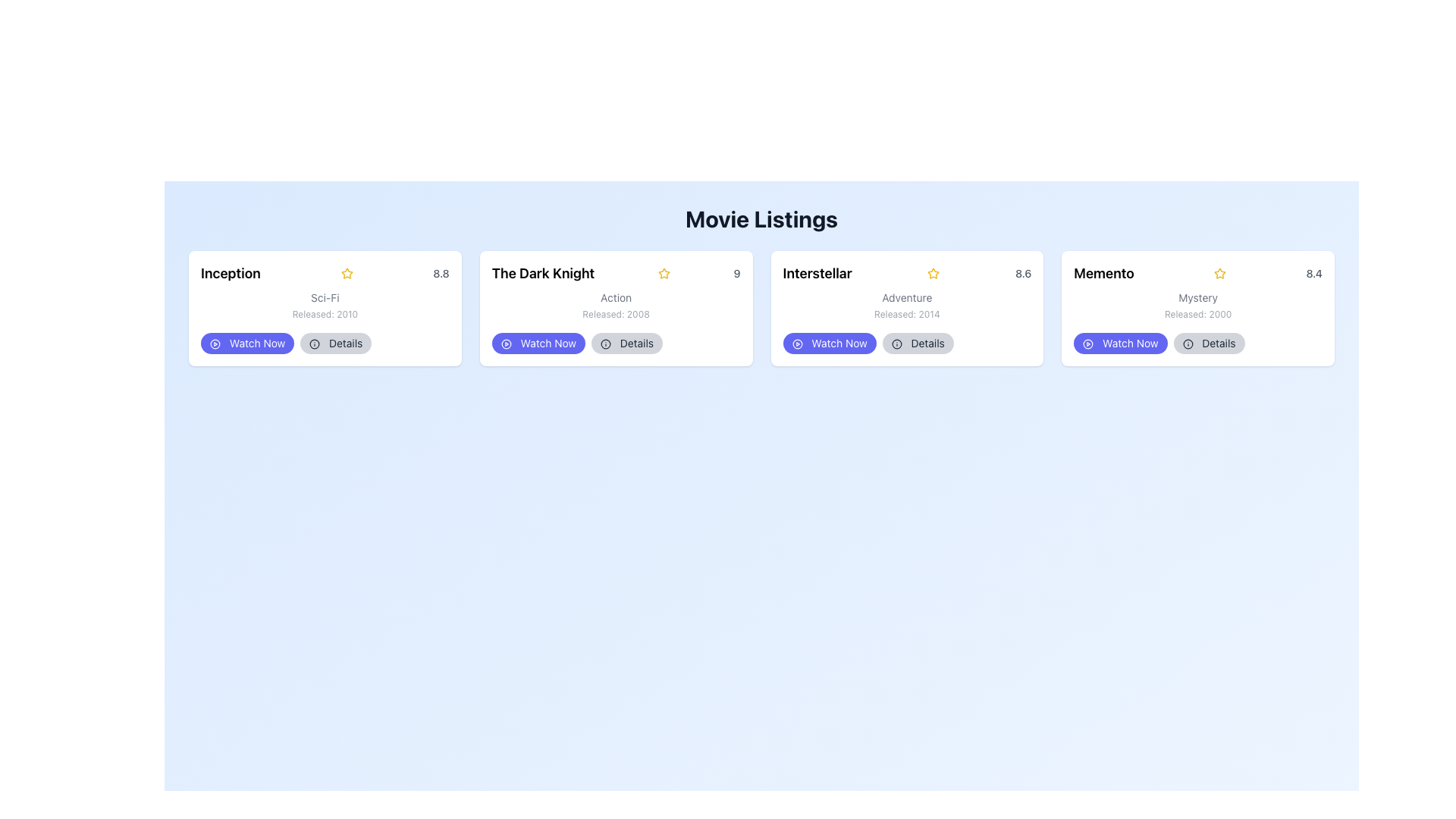 The image size is (1456, 819). I want to click on the circular play icon within the 'Watch Now' button on the fourth movie card (Memento) in the Movie Listings section, so click(1087, 344).